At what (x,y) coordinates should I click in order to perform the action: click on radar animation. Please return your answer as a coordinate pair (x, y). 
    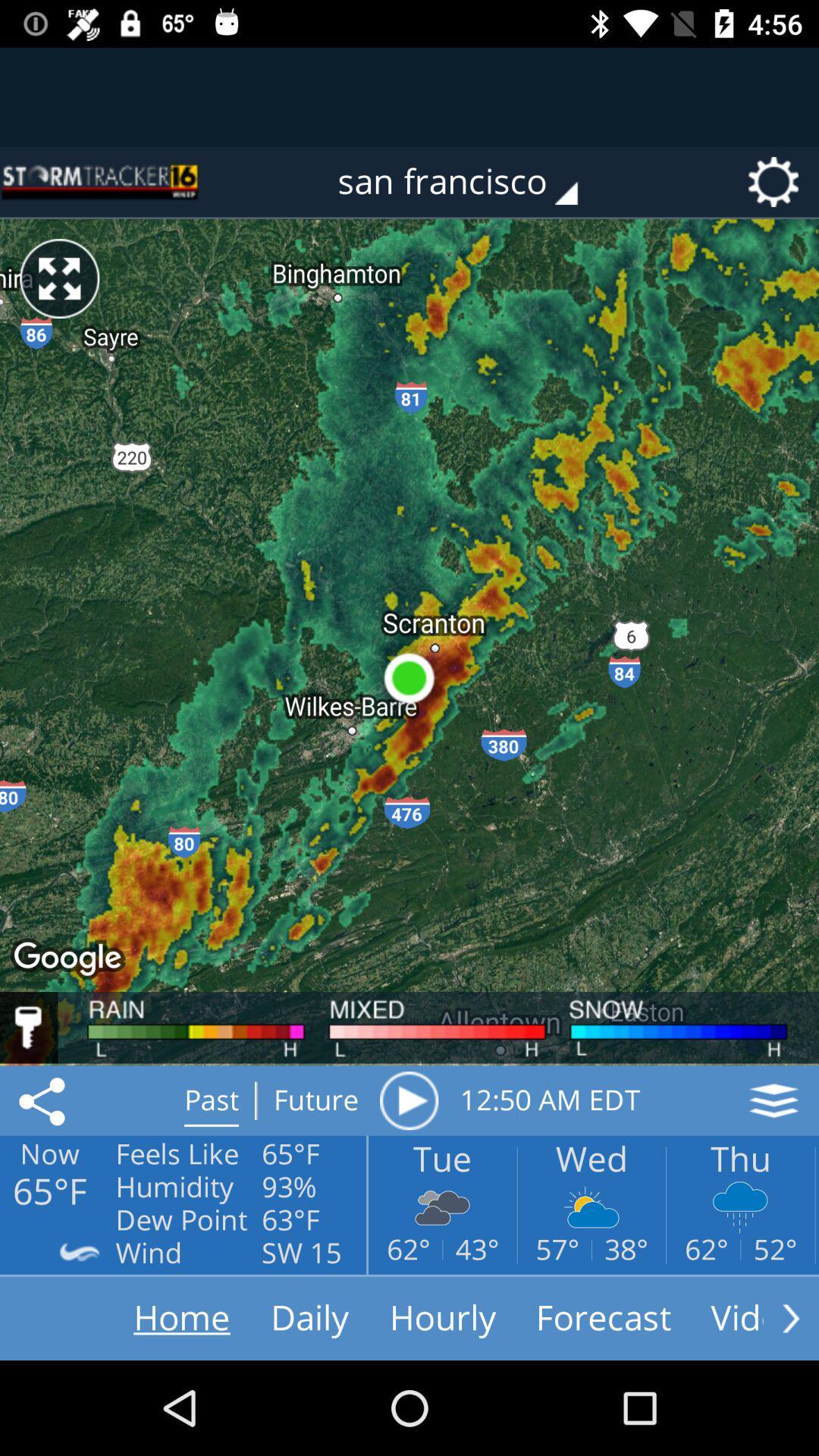
    Looking at the image, I should click on (408, 1100).